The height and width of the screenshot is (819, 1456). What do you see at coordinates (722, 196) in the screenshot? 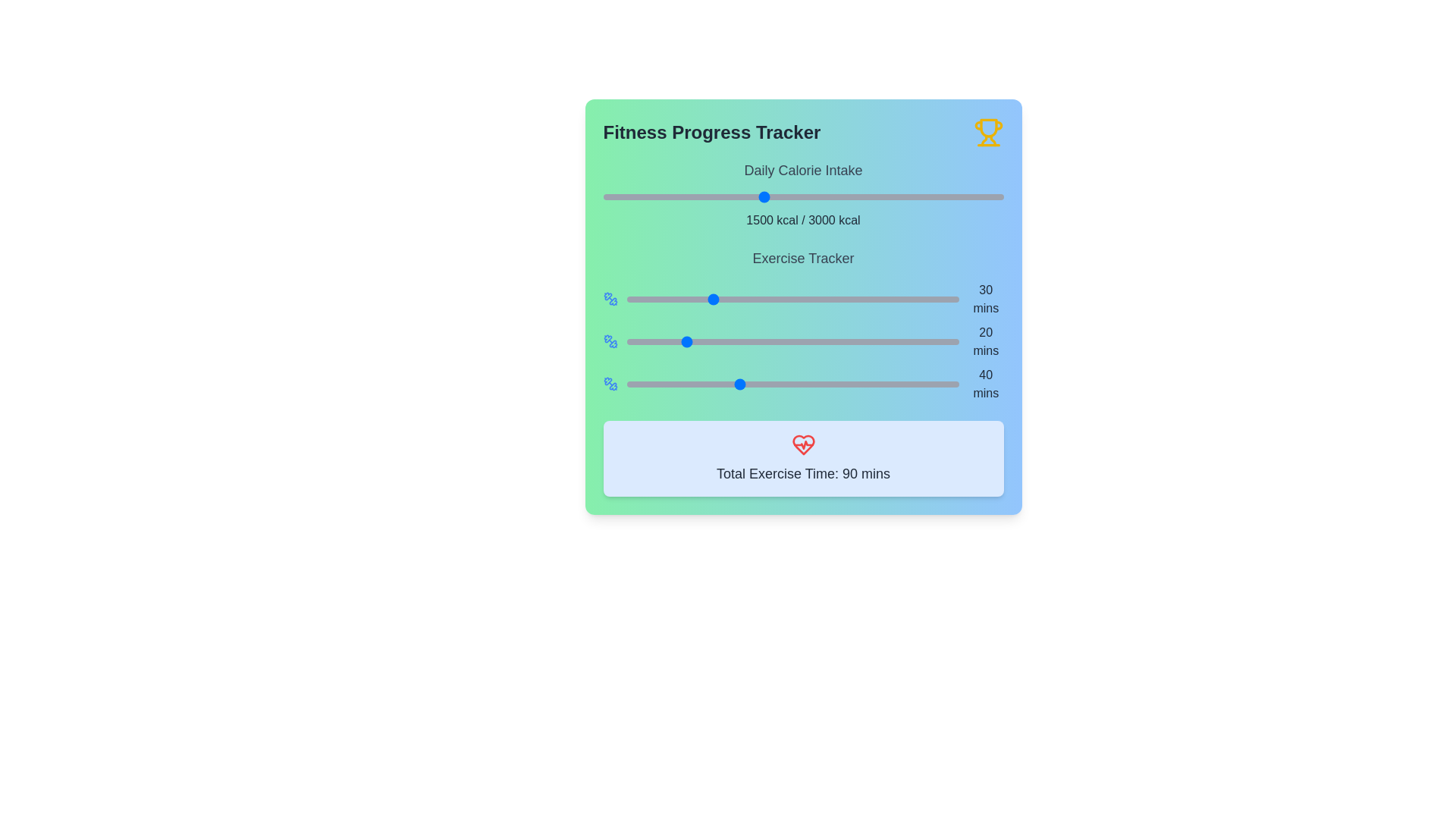
I see `daily calorie intake` at bounding box center [722, 196].